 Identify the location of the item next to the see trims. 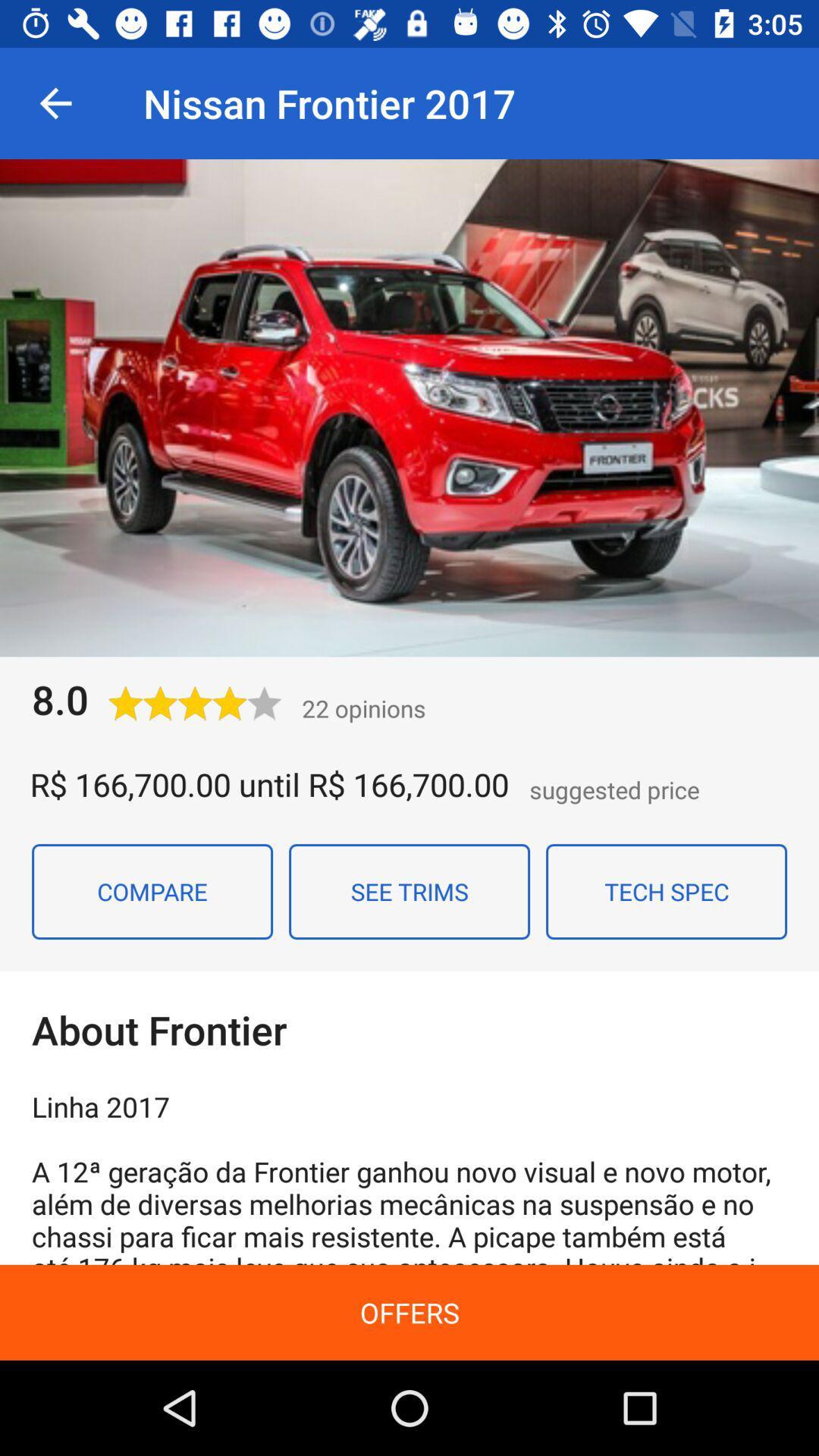
(152, 892).